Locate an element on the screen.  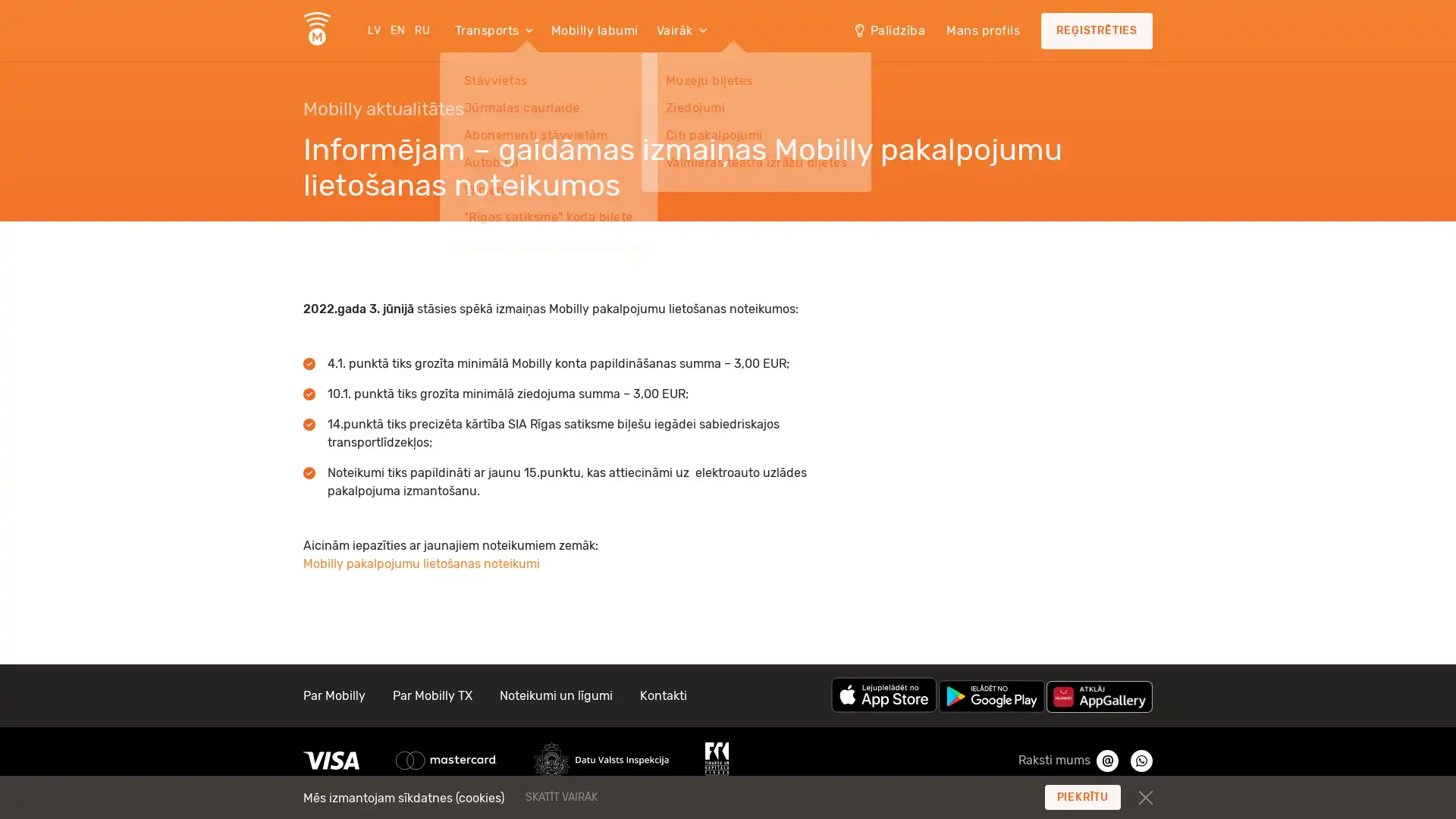
SKATIT VAIRAK is located at coordinates (654, 795).